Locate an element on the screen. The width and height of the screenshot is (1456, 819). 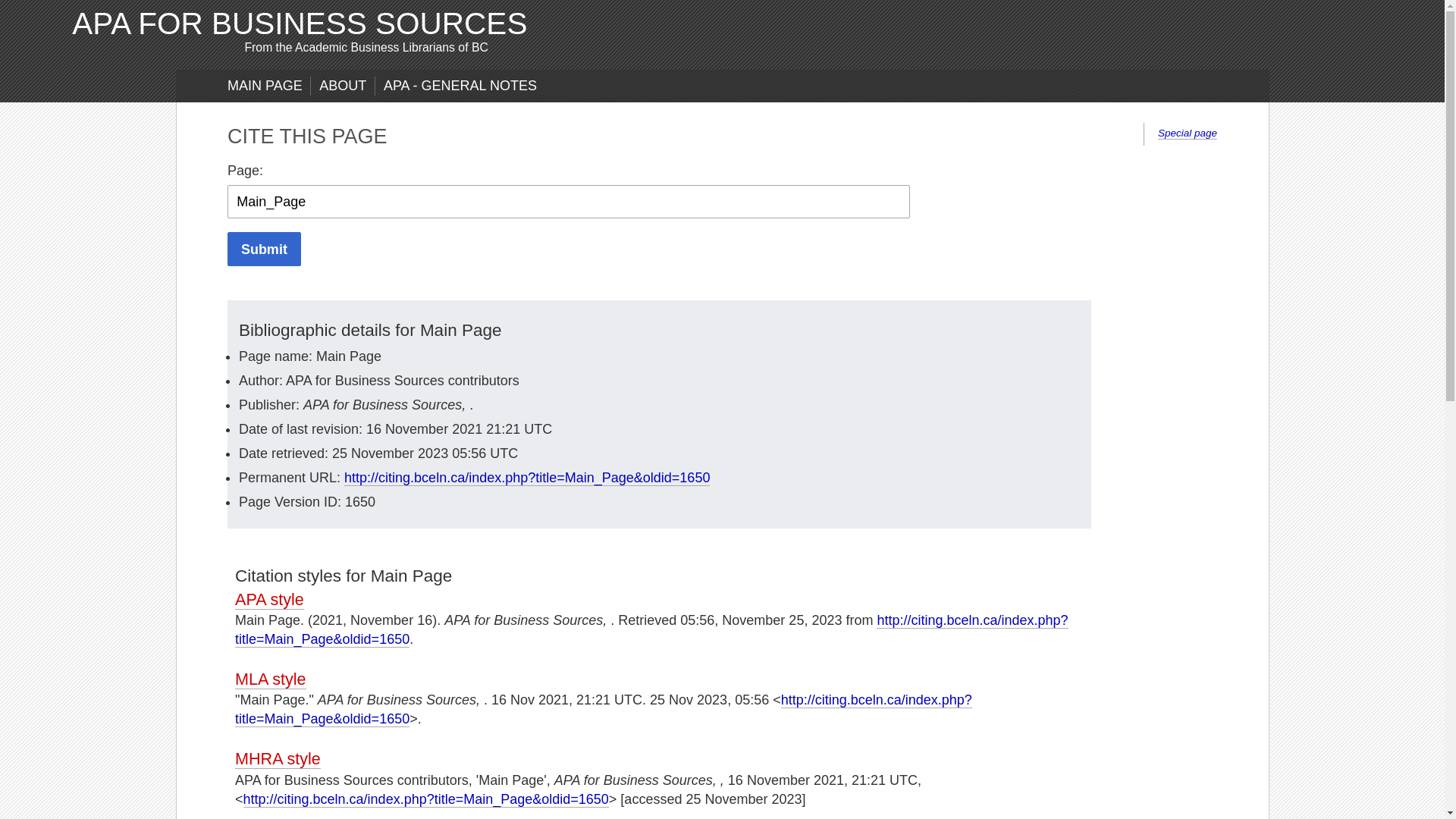
'MLA style' is located at coordinates (234, 678).